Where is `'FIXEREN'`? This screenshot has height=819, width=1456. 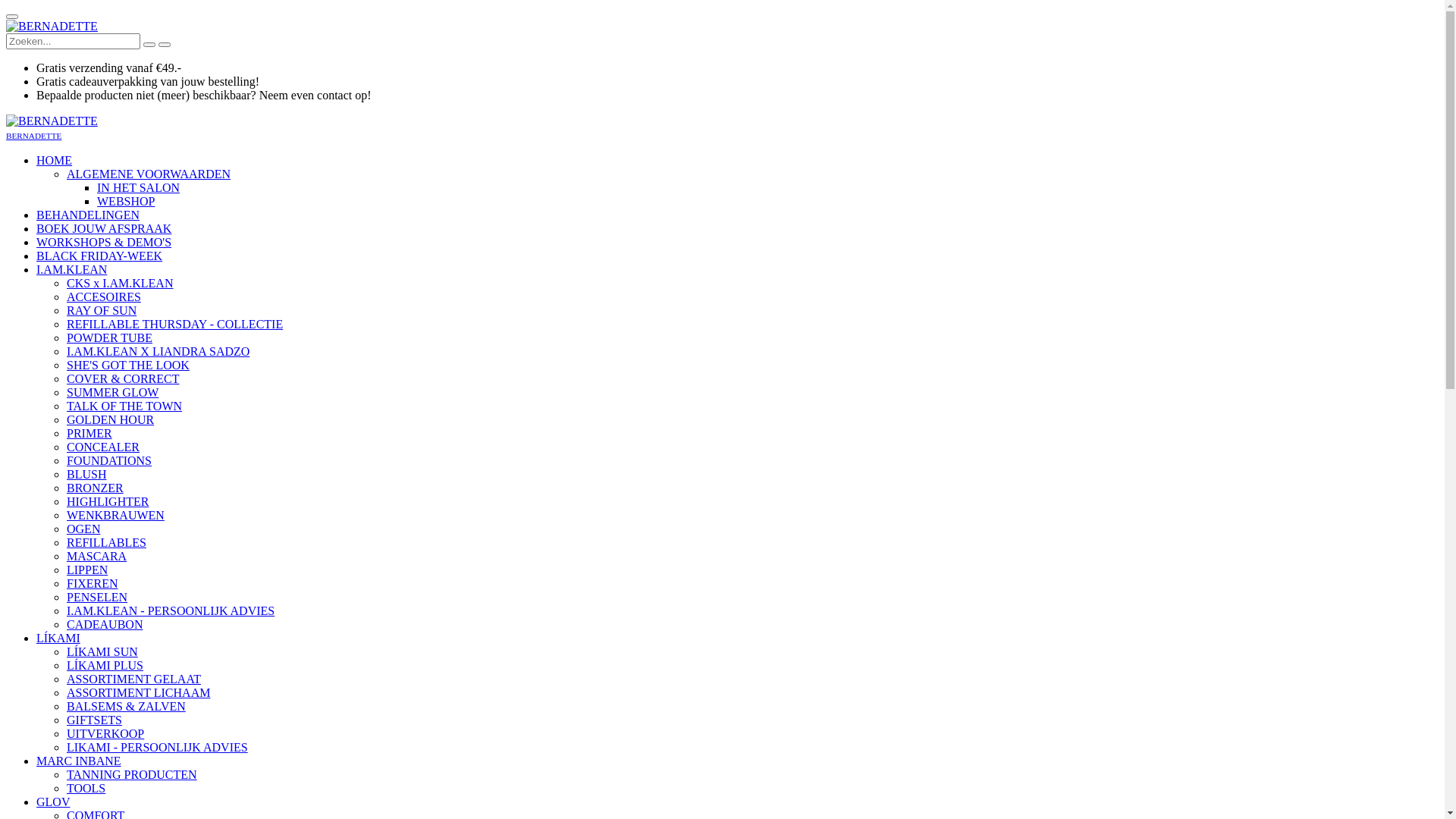 'FIXEREN' is located at coordinates (91, 582).